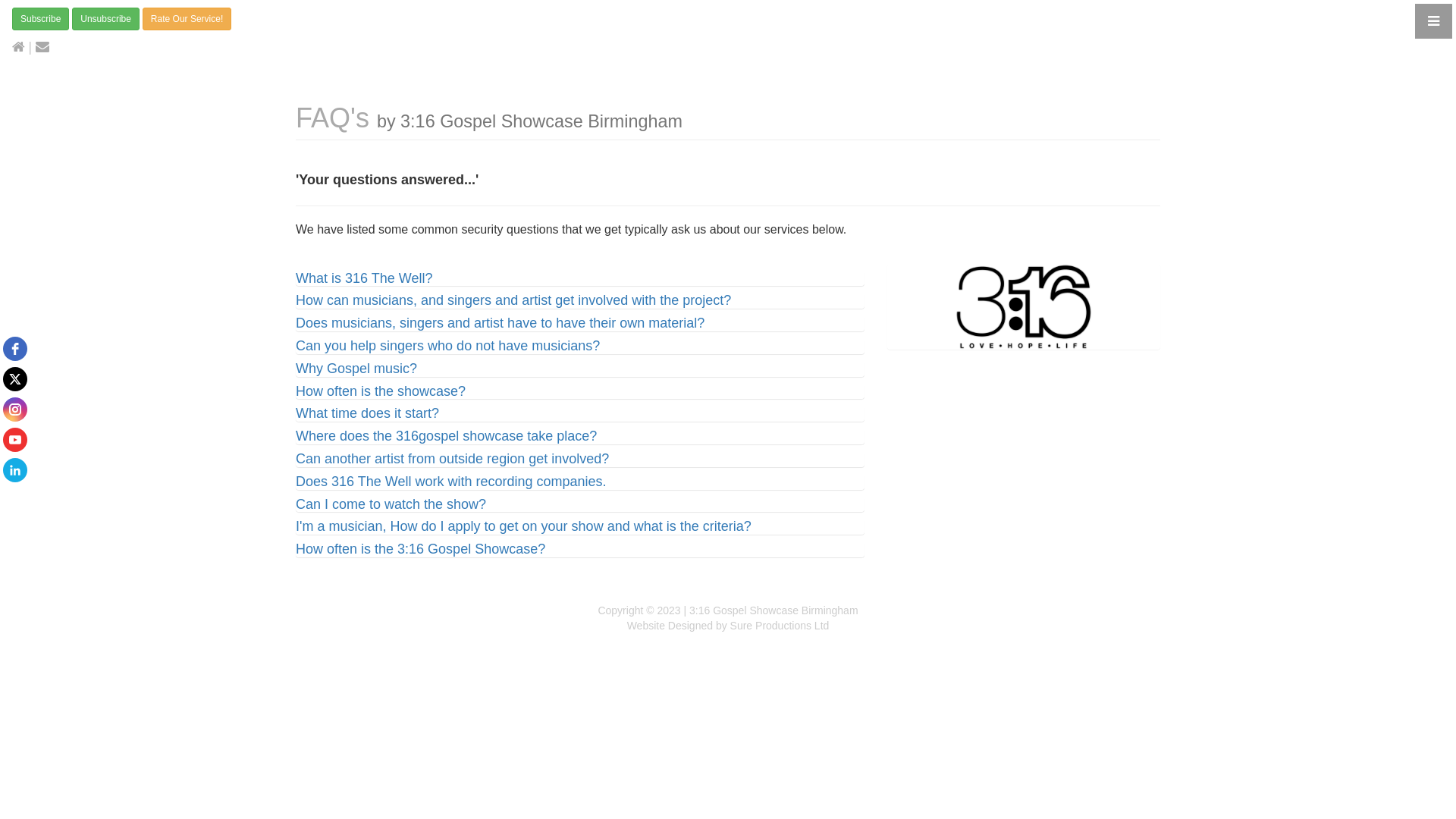 Image resolution: width=1456 pixels, height=819 pixels. What do you see at coordinates (14, 469) in the screenshot?
I see `'LinkedIn'` at bounding box center [14, 469].